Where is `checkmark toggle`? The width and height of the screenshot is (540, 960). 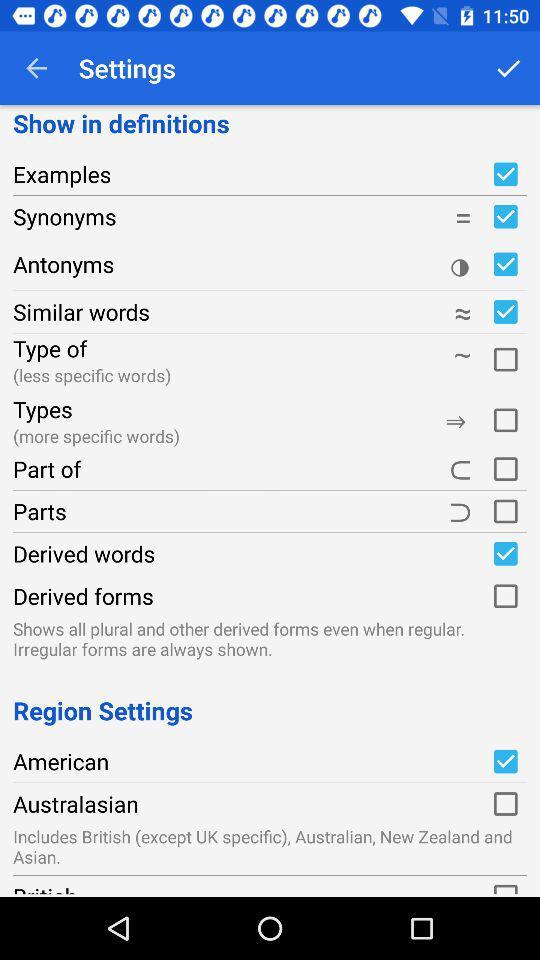
checkmark toggle is located at coordinates (504, 760).